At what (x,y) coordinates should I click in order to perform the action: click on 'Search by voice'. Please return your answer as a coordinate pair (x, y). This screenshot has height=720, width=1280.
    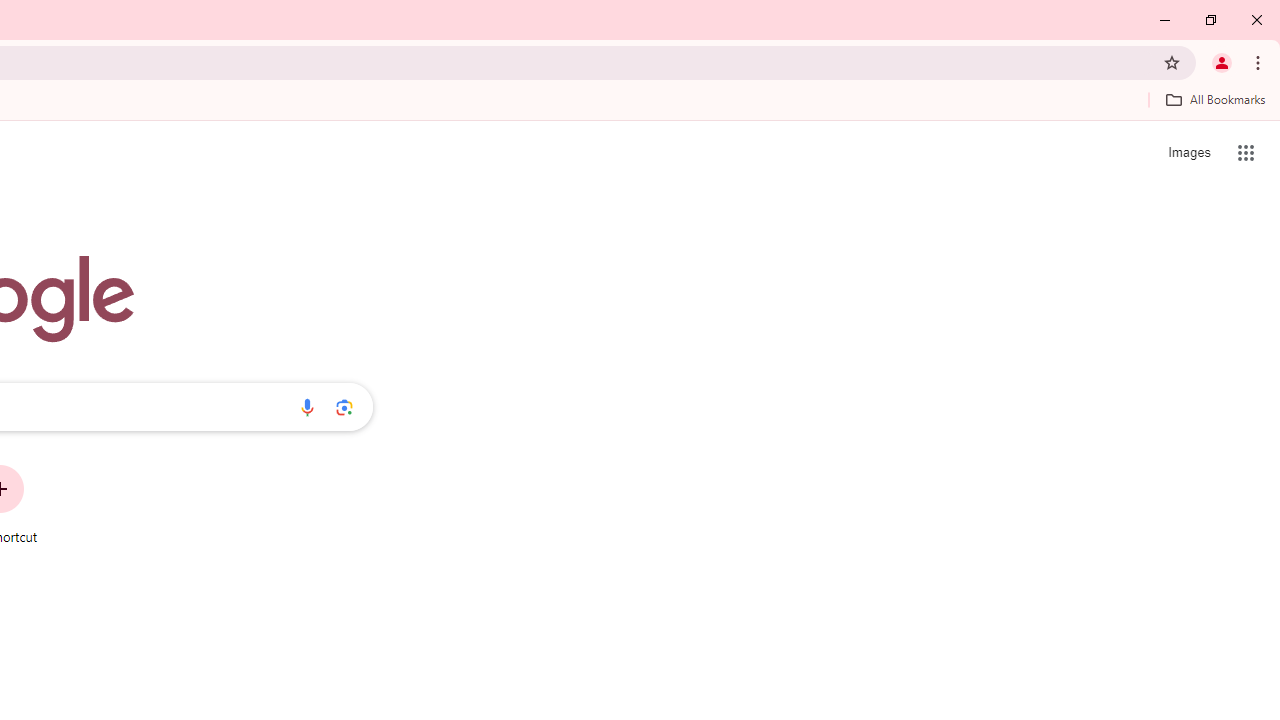
    Looking at the image, I should click on (306, 406).